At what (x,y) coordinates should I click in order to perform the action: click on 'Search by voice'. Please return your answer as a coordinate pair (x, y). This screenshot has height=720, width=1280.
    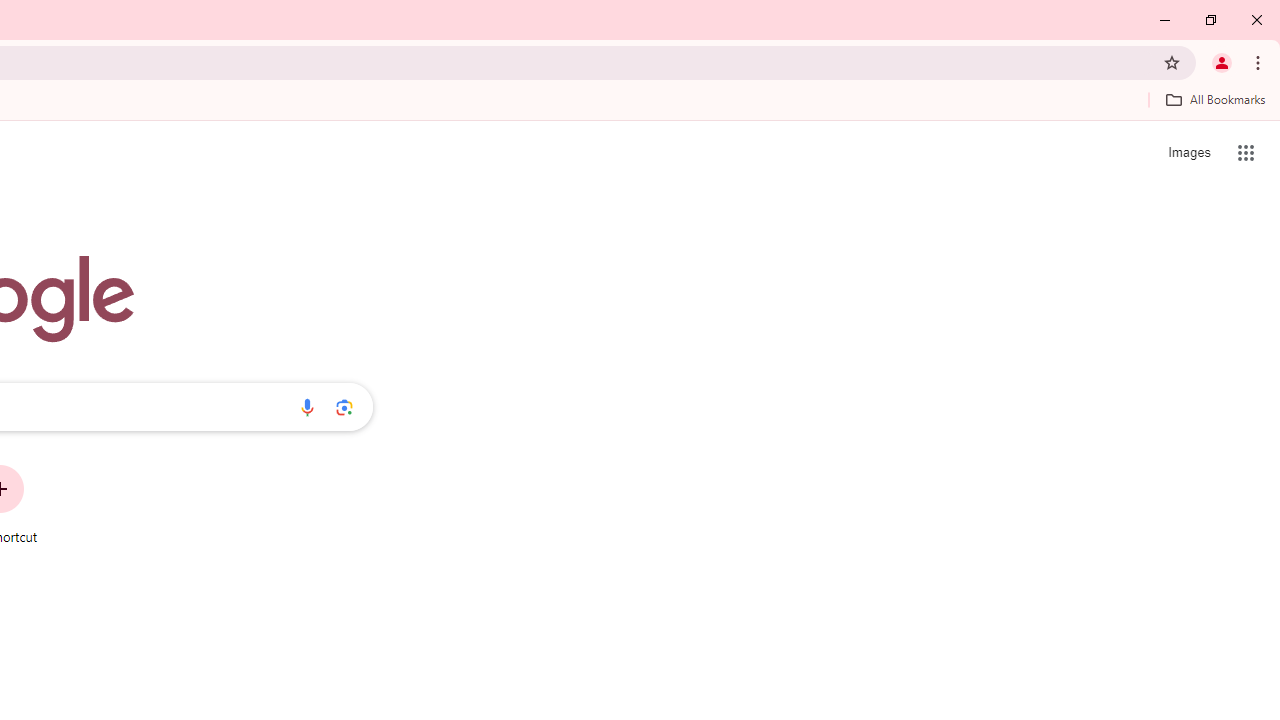
    Looking at the image, I should click on (306, 406).